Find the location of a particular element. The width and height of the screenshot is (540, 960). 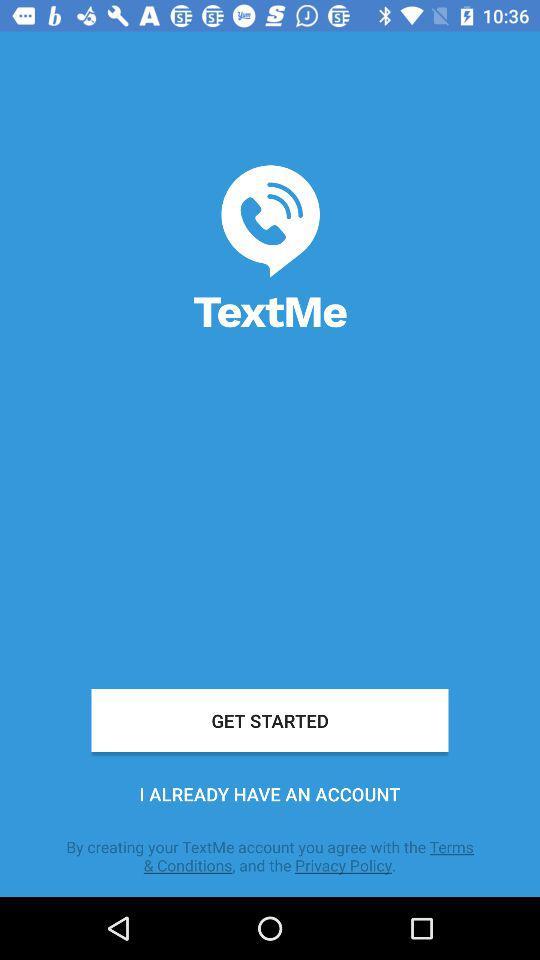

the icon above i already have is located at coordinates (270, 720).